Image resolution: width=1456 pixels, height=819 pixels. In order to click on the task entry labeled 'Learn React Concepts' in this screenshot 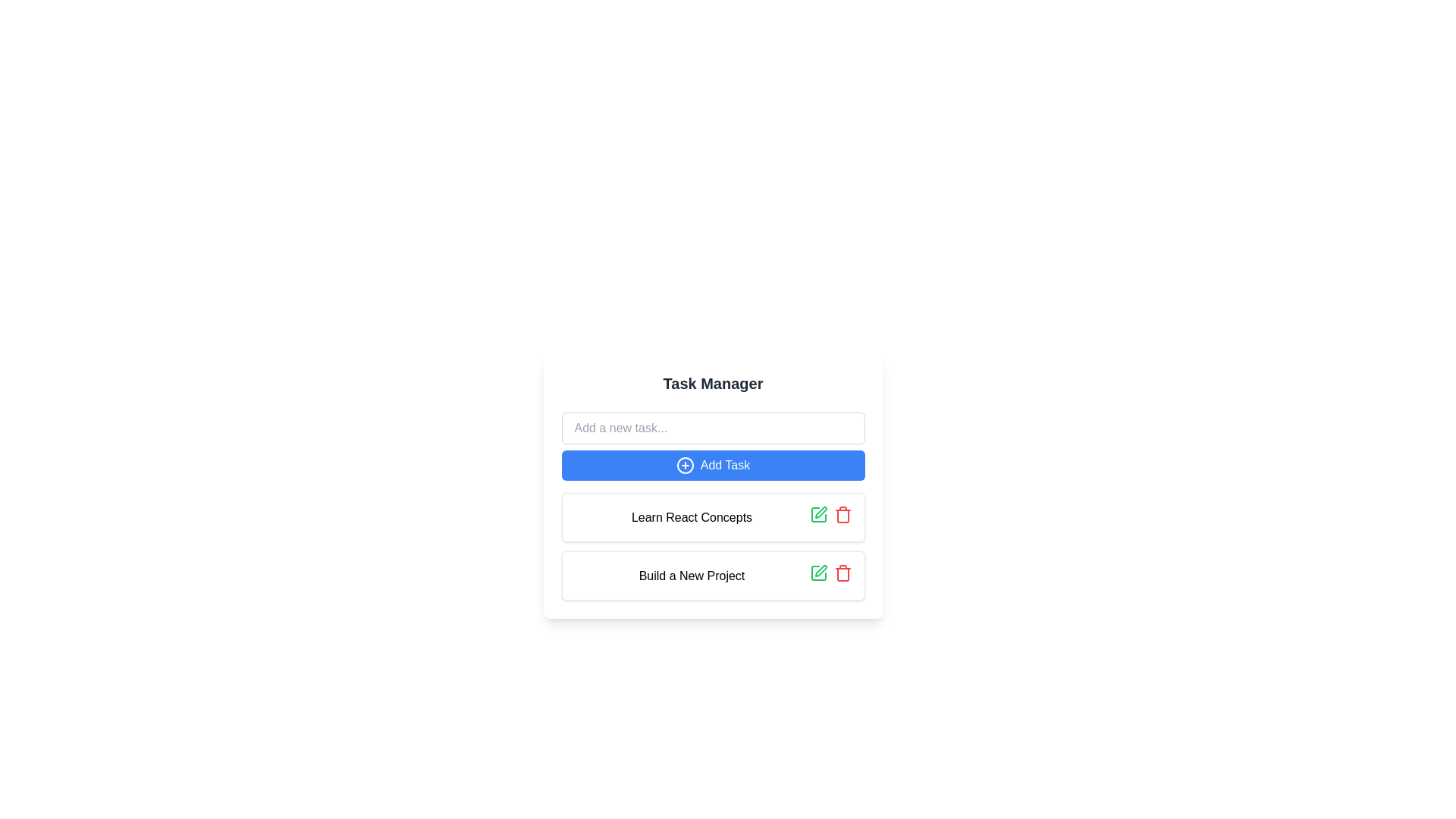, I will do `click(712, 516)`.